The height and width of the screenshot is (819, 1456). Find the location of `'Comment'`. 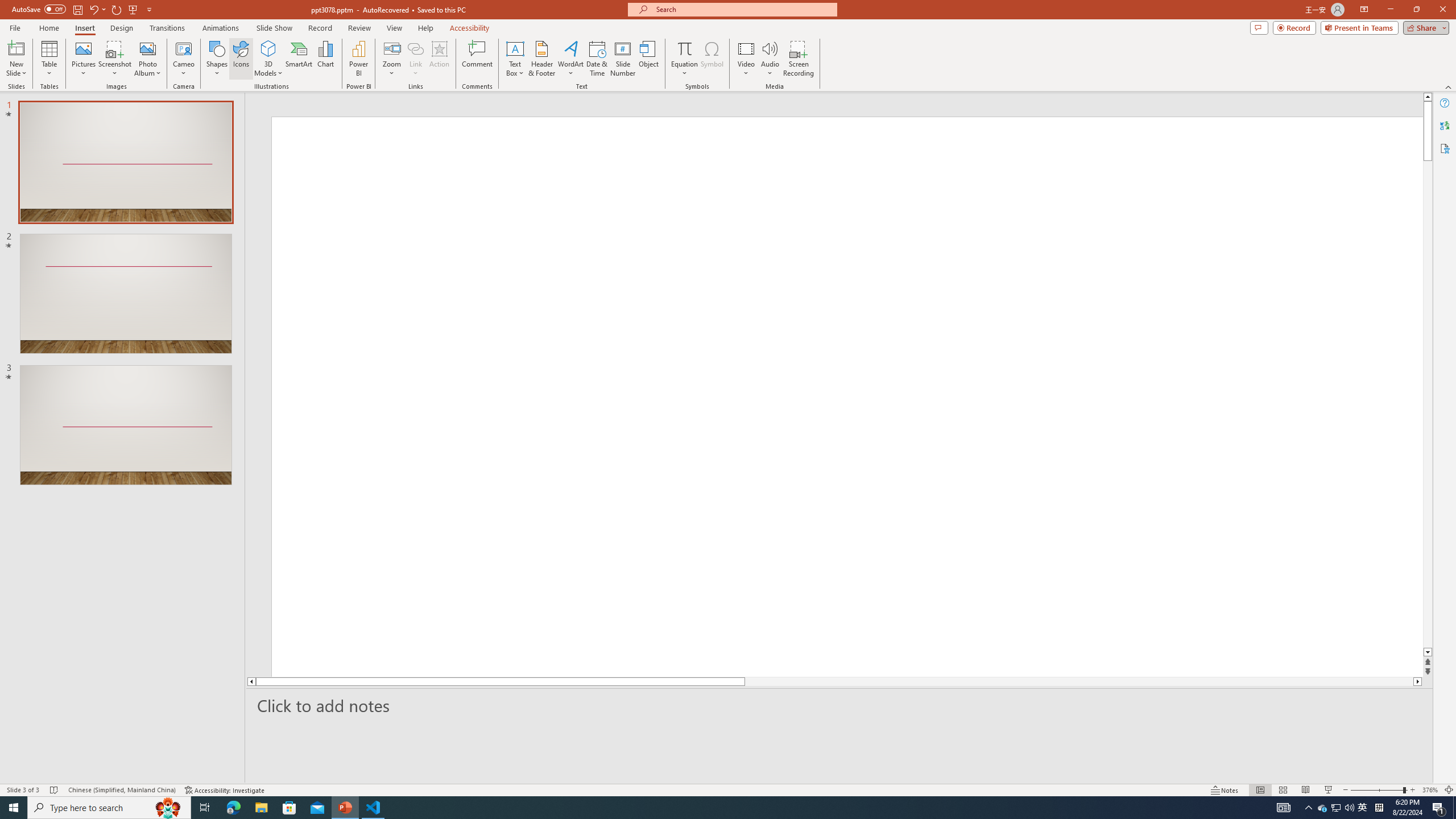

'Comment' is located at coordinates (476, 59).